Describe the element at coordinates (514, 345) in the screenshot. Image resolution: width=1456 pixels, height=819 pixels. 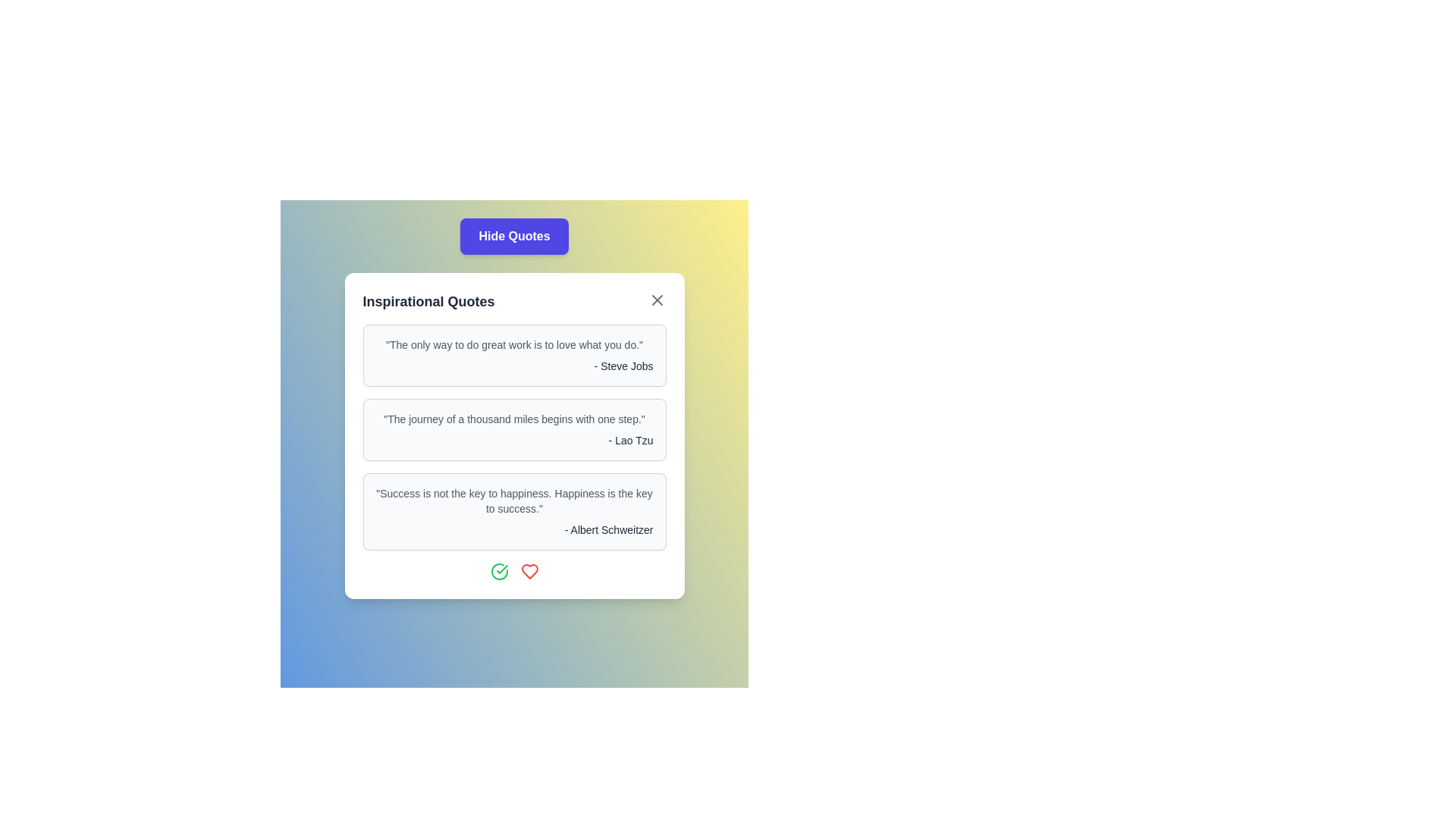
I see `the quote text that reads 'The only way to do great work is to love what you do.' which is displayed in a smaller-sized, gray-colored sans-serif font, located above the attribution '- Steve Jobs'` at that location.